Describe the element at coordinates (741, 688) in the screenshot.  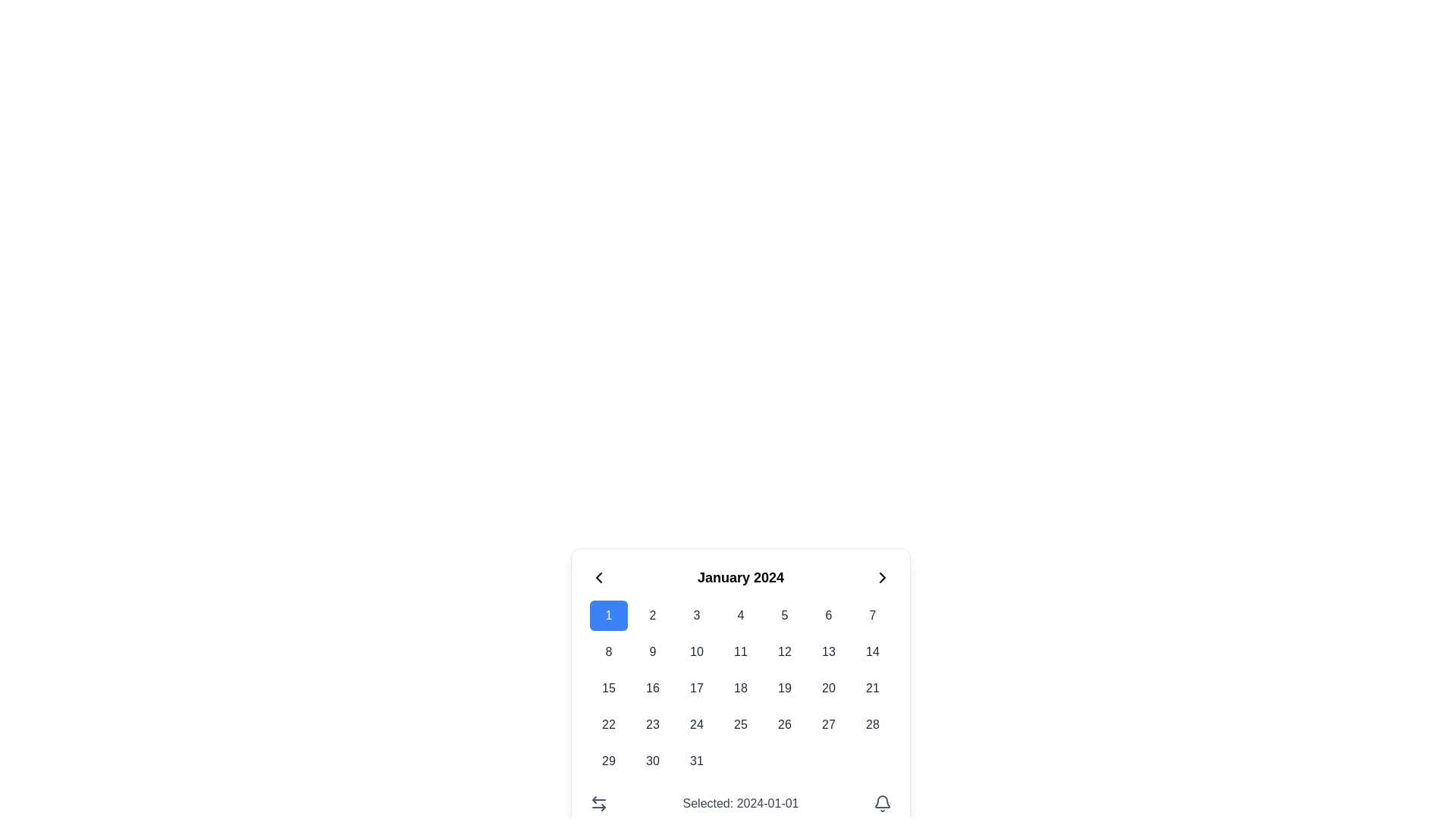
I see `the calendar date cell labeled '18' in the January 2024 calendar` at that location.